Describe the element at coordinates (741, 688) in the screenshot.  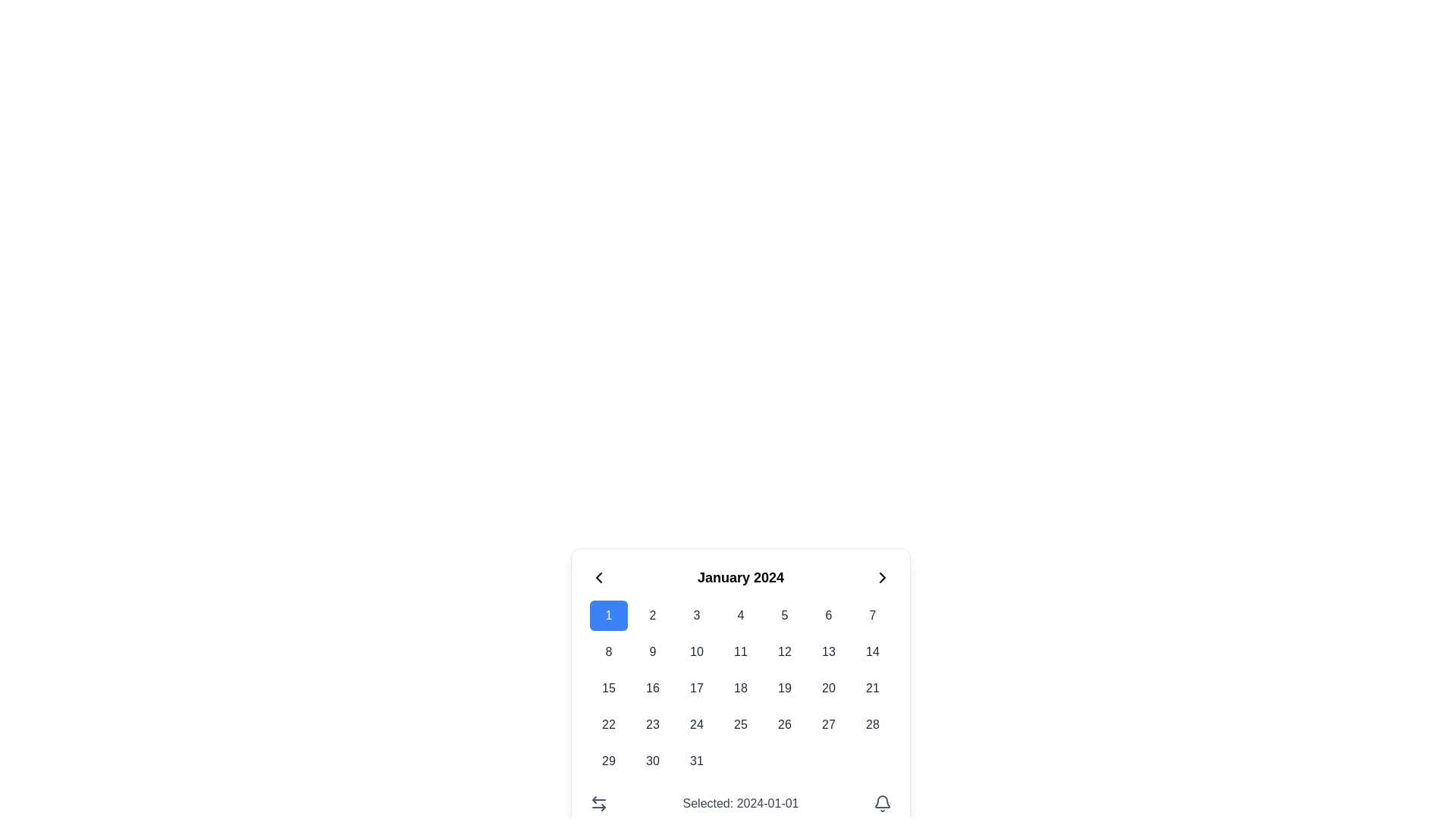
I see `the calendar date cell labeled '18' in the January 2024 calendar` at that location.